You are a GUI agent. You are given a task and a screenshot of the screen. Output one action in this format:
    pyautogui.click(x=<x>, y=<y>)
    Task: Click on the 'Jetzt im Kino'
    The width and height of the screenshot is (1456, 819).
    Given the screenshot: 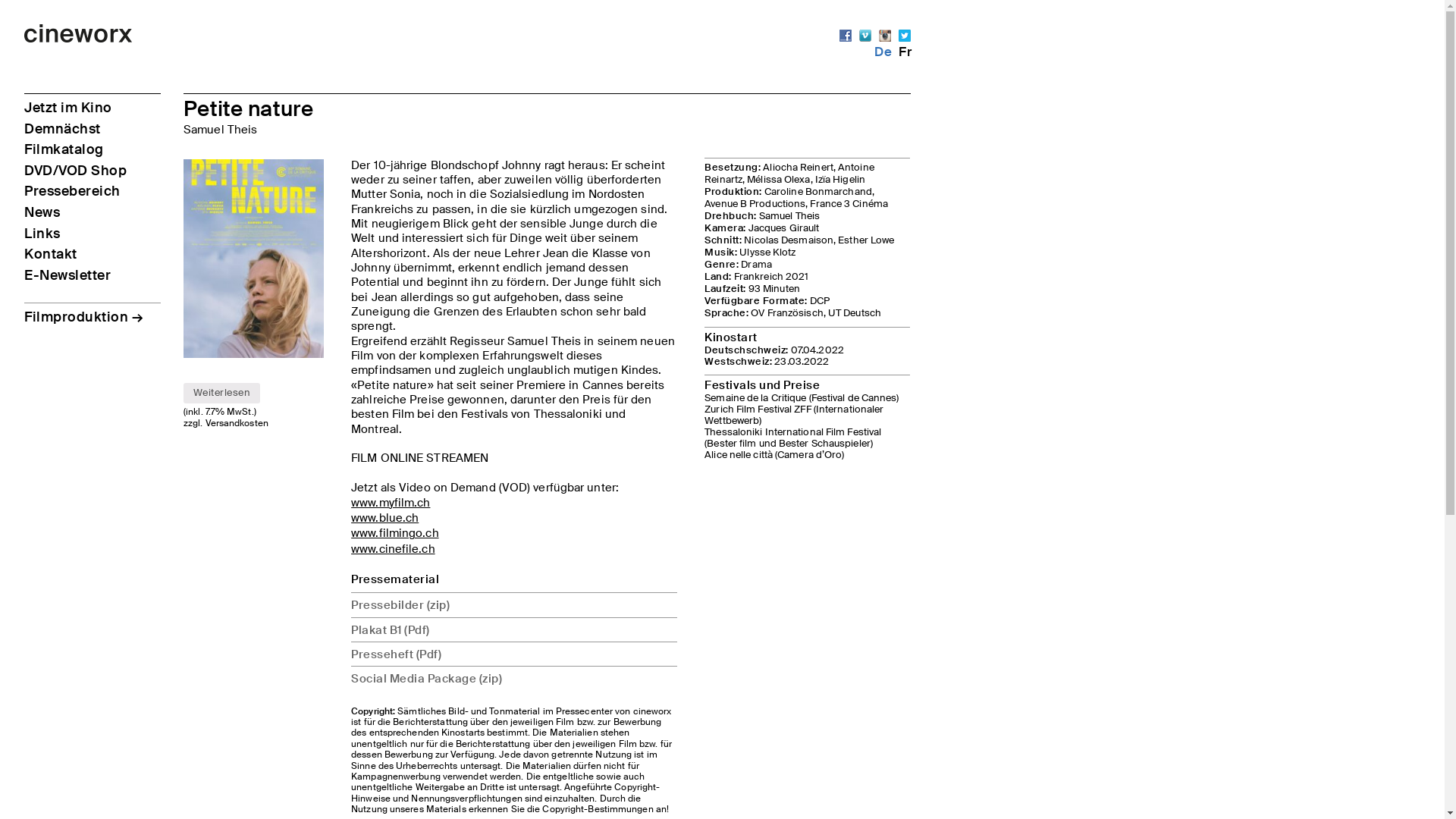 What is the action you would take?
    pyautogui.click(x=67, y=107)
    